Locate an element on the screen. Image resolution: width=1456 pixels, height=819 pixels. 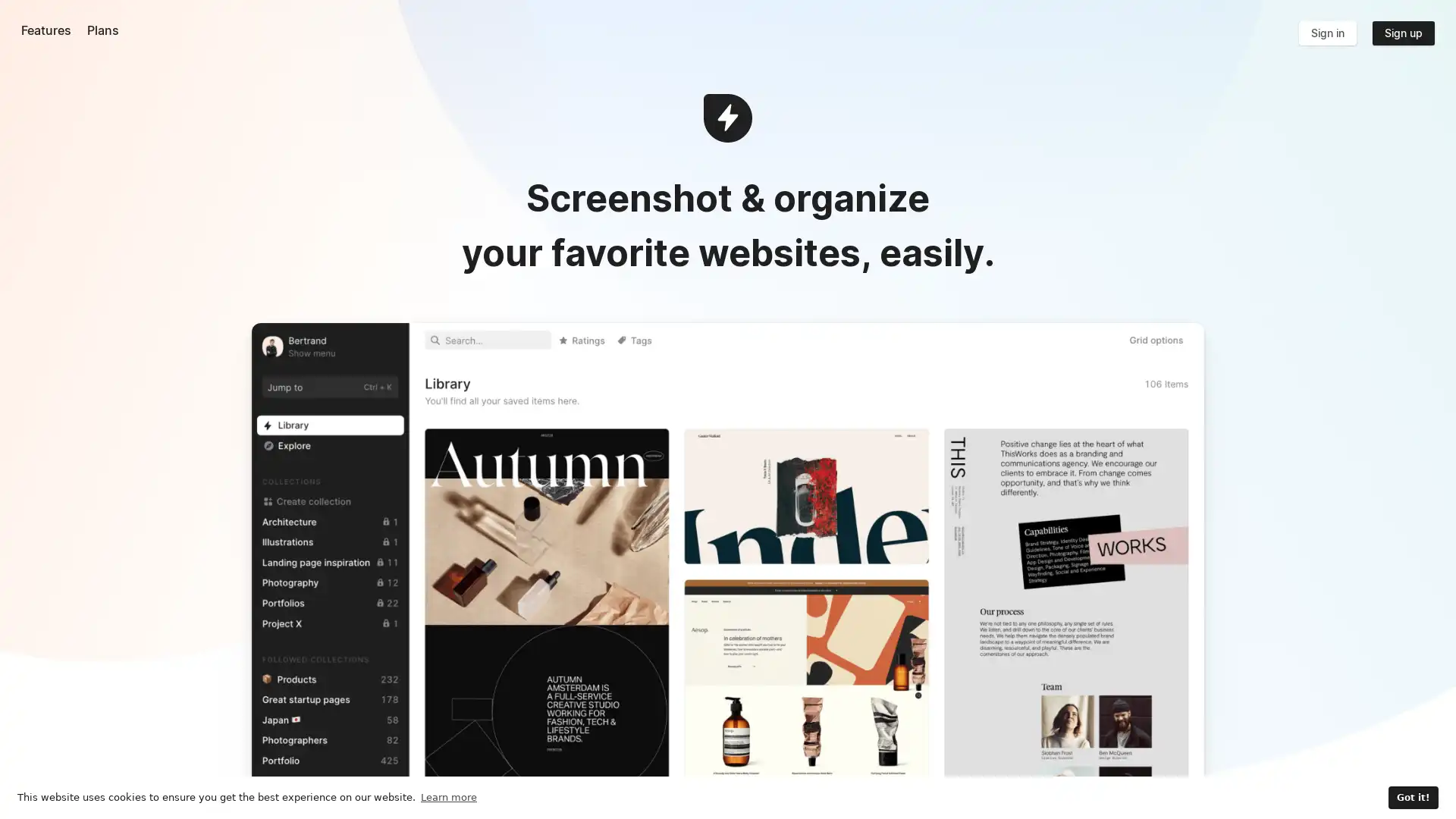
learn more about cookies is located at coordinates (447, 796).